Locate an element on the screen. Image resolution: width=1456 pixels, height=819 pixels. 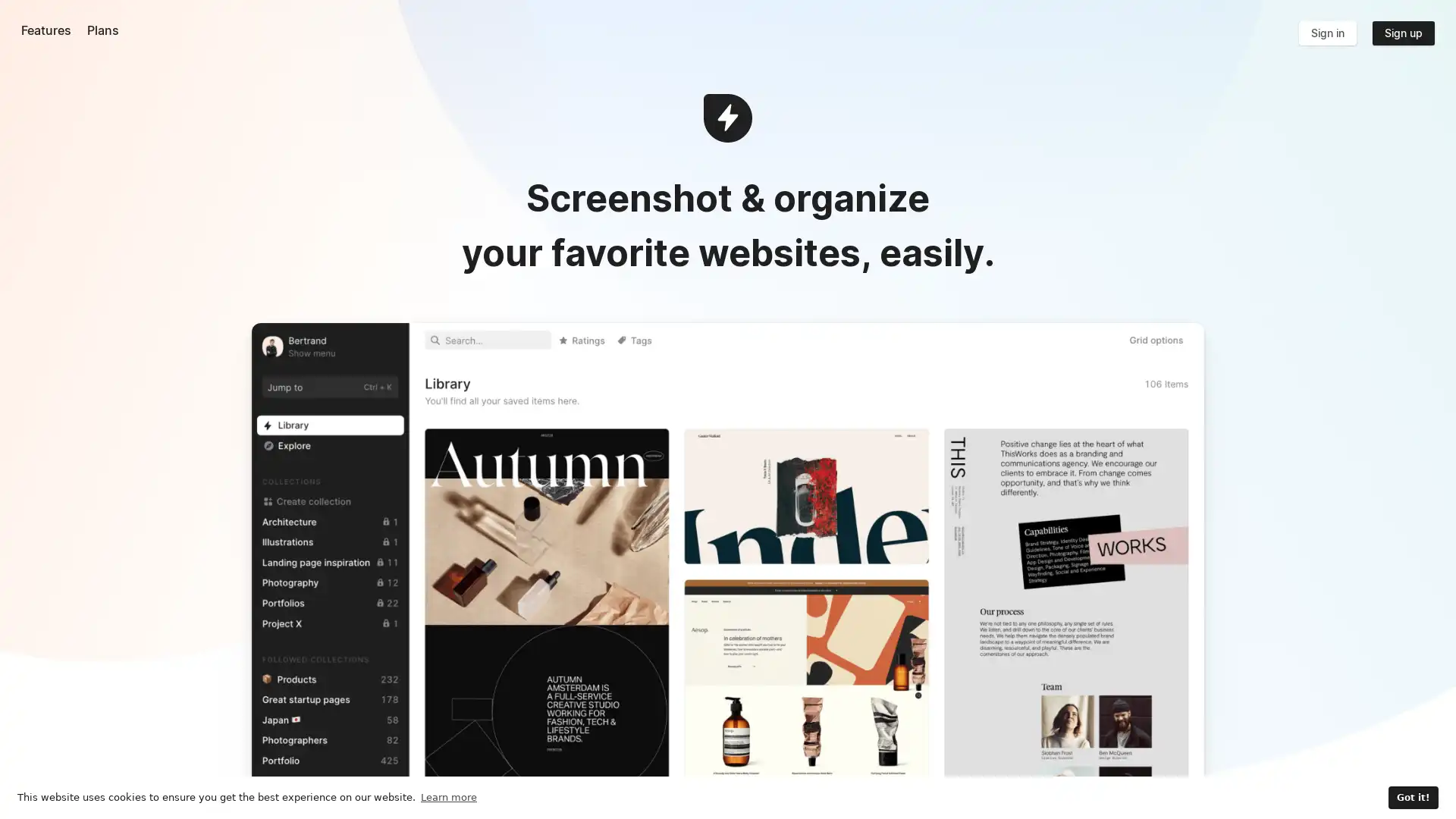
learn more about cookies is located at coordinates (447, 796).